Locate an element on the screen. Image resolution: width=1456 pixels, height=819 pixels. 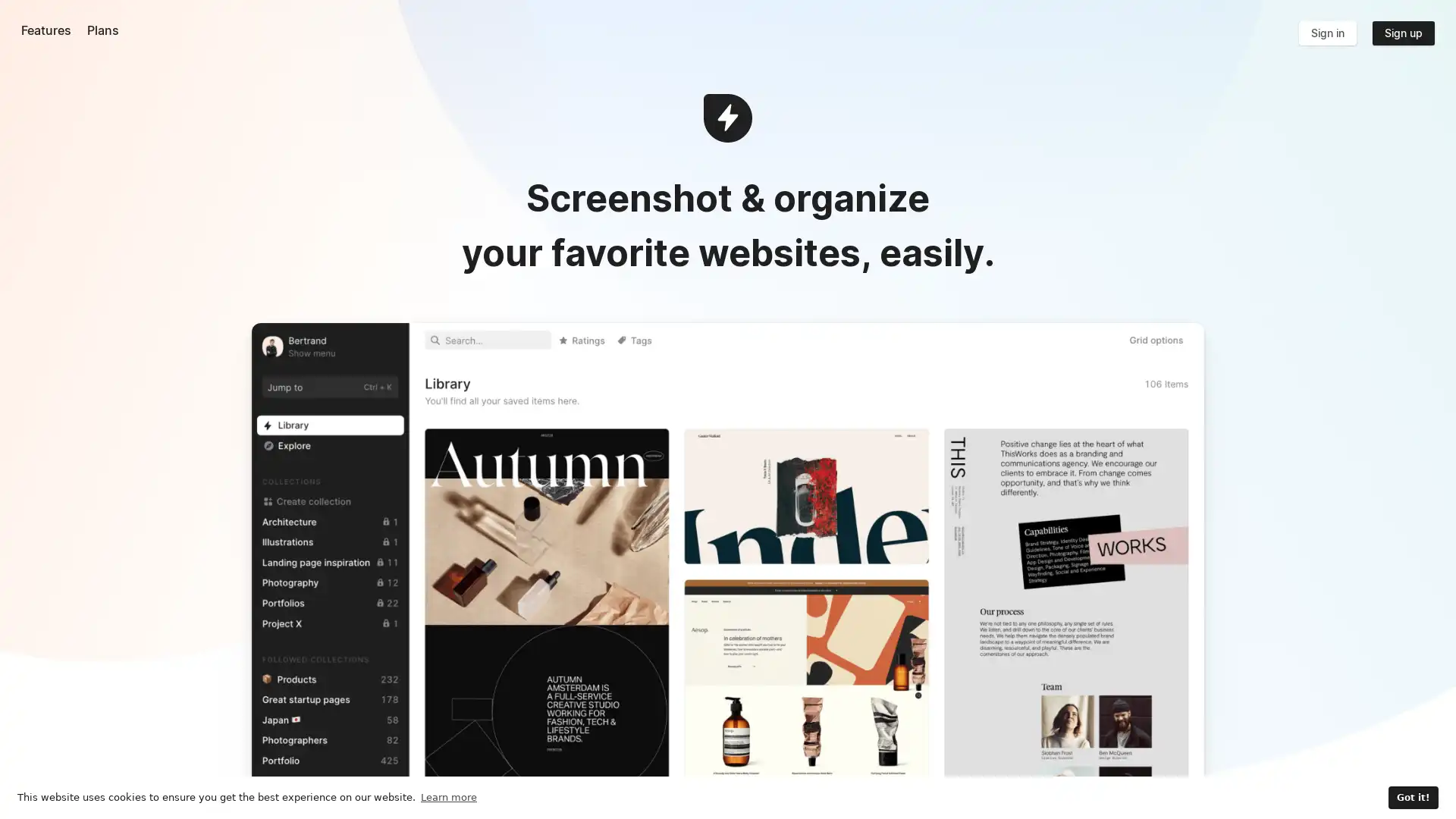
learn more about cookies is located at coordinates (447, 796).